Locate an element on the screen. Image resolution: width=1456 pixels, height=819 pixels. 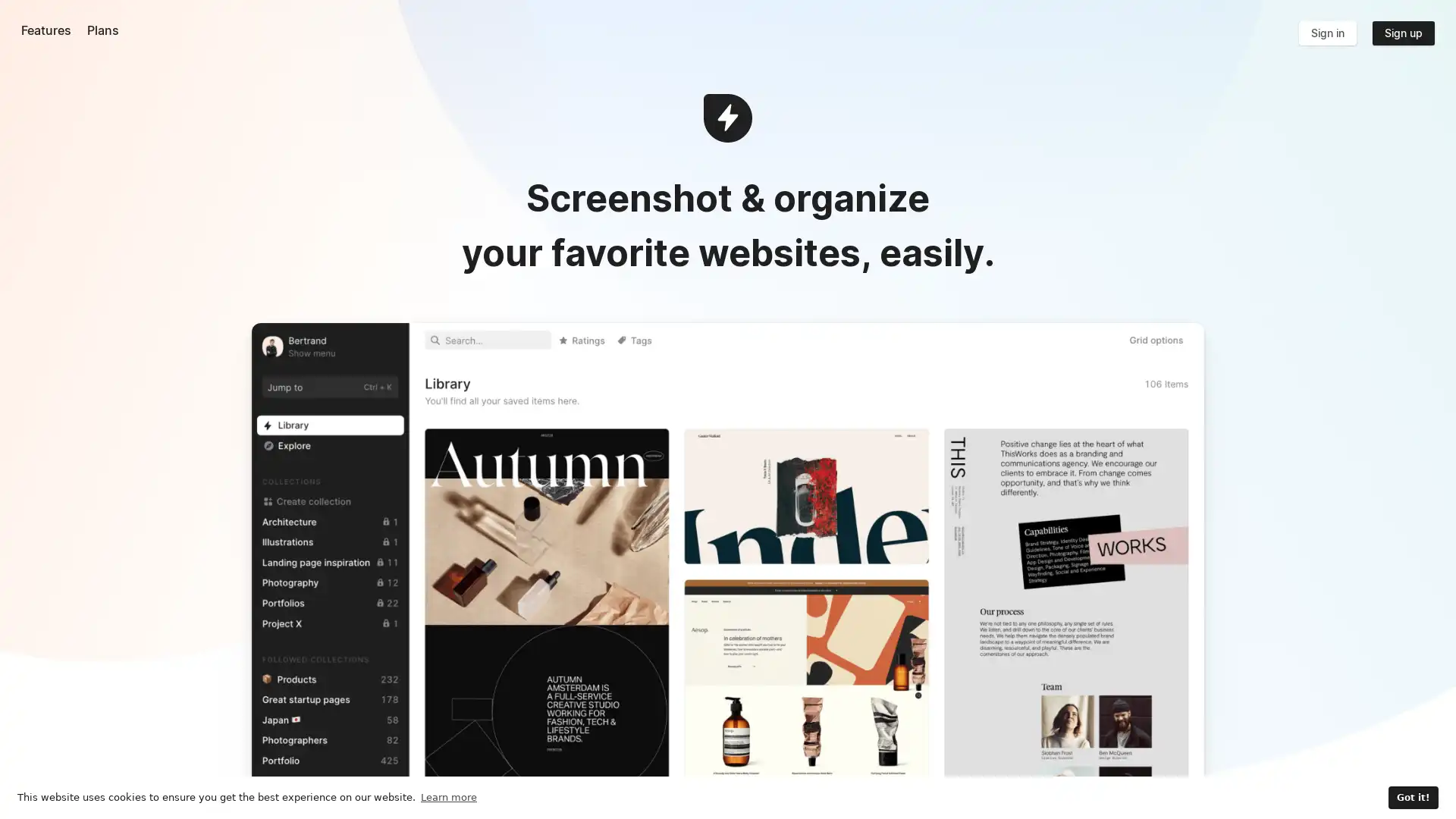
learn more about cookies is located at coordinates (447, 796).